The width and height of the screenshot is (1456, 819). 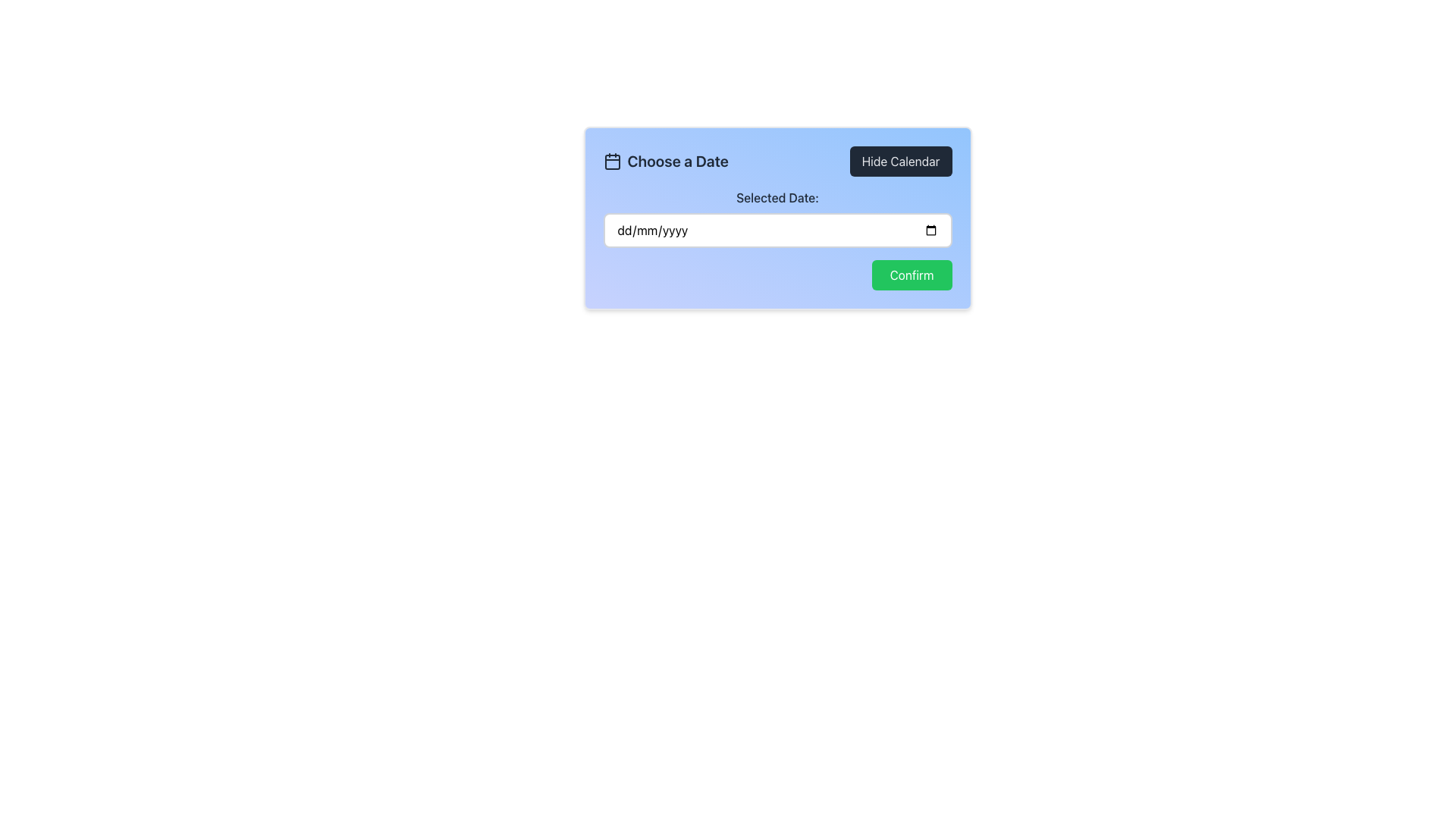 I want to click on the text label displaying 'Selected Date:' which is bold and dark gray, located under the title 'Choose a Date' and above the date input field, so click(x=777, y=197).